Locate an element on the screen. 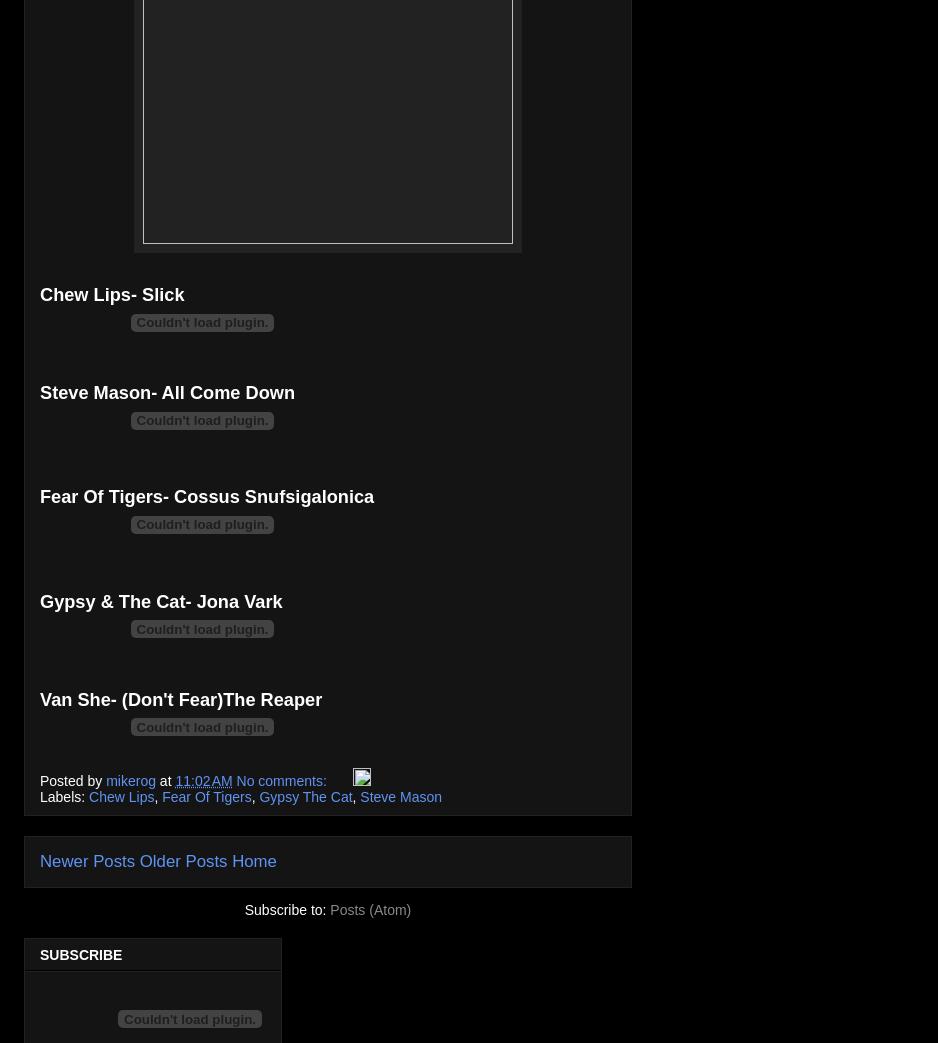 The image size is (938, 1043). 'Older Posts' is located at coordinates (182, 860).